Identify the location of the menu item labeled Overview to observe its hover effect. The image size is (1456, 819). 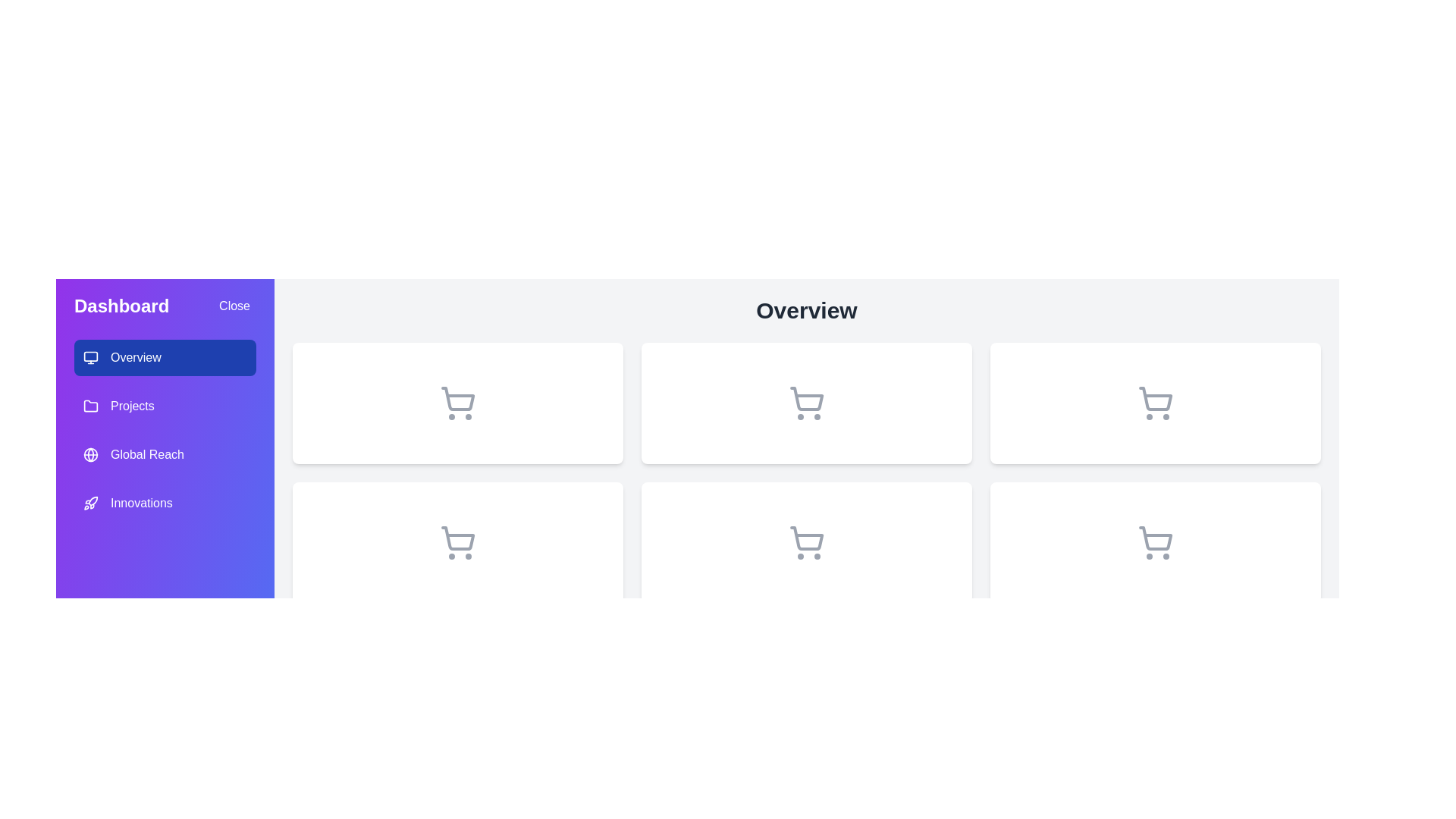
(165, 357).